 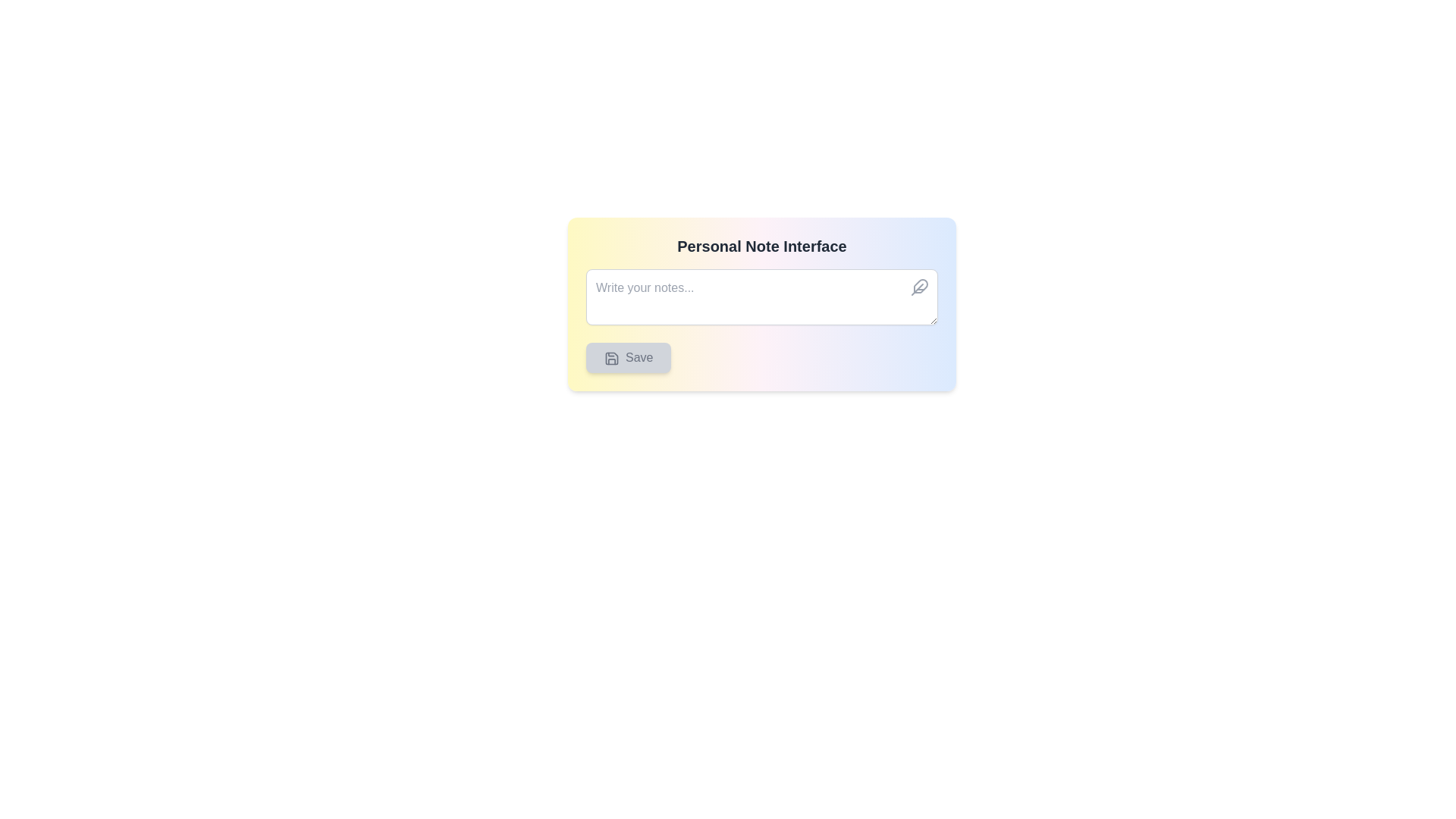 I want to click on the icon located in the upper-right corner of the text input box, so click(x=920, y=286).